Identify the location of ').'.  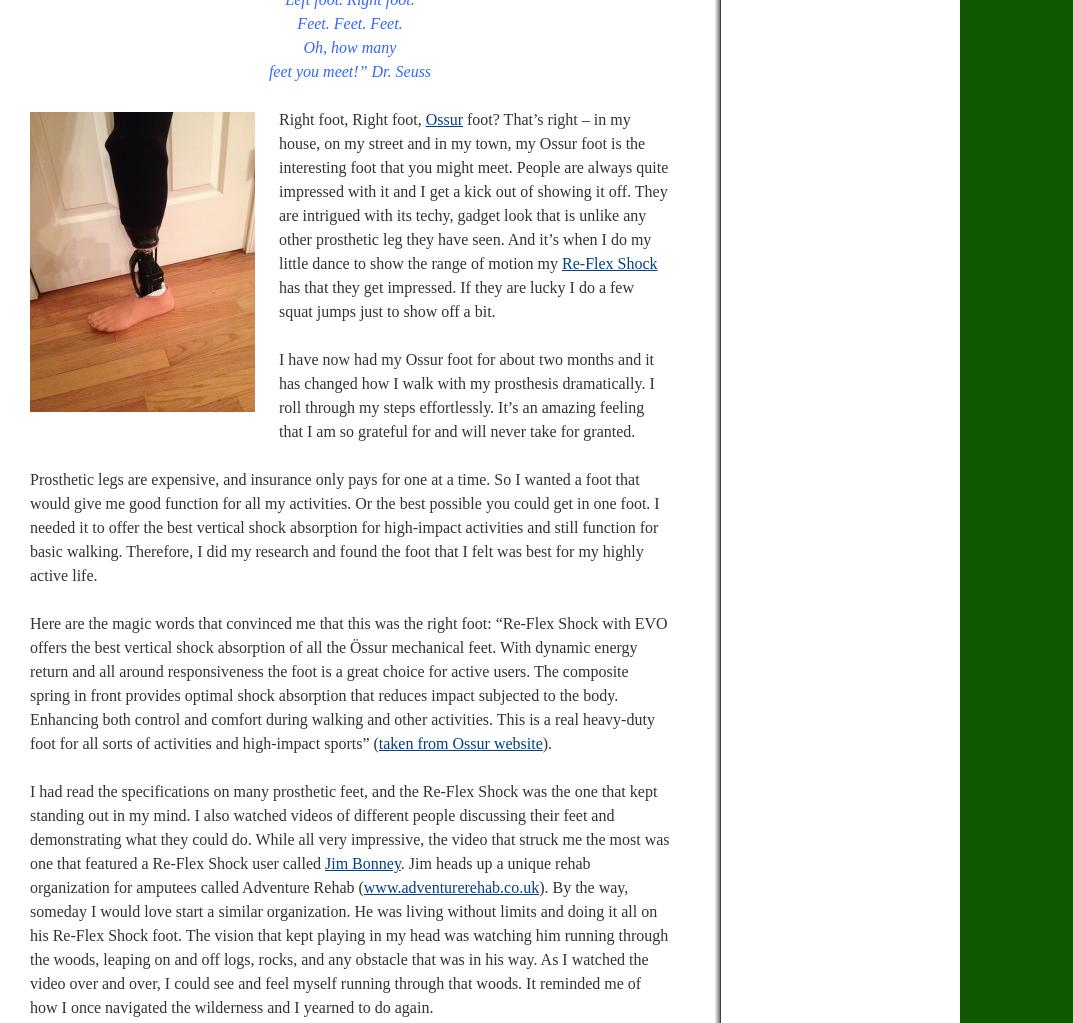
(541, 743).